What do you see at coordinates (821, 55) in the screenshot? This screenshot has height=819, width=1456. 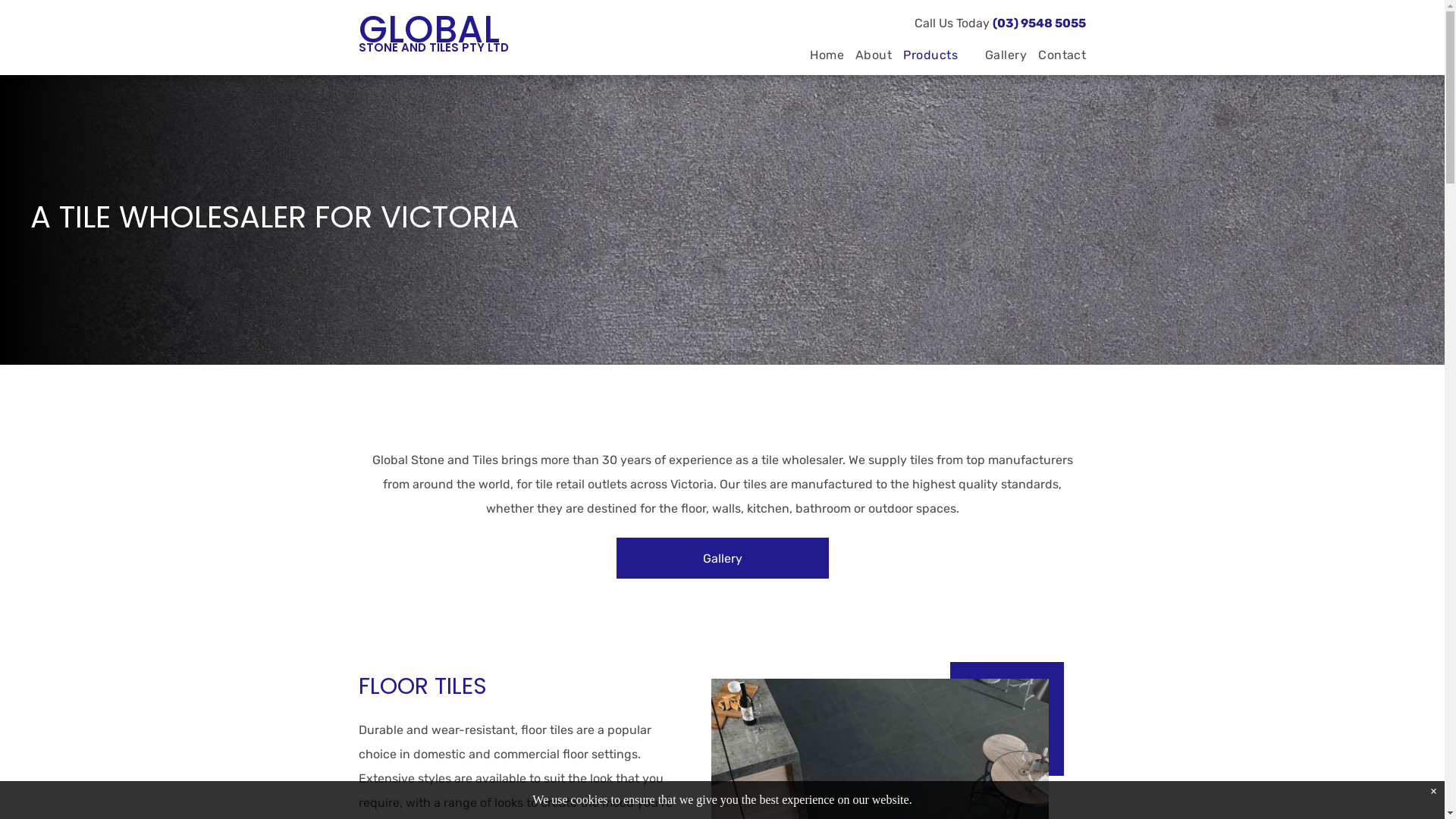 I see `'Home'` at bounding box center [821, 55].